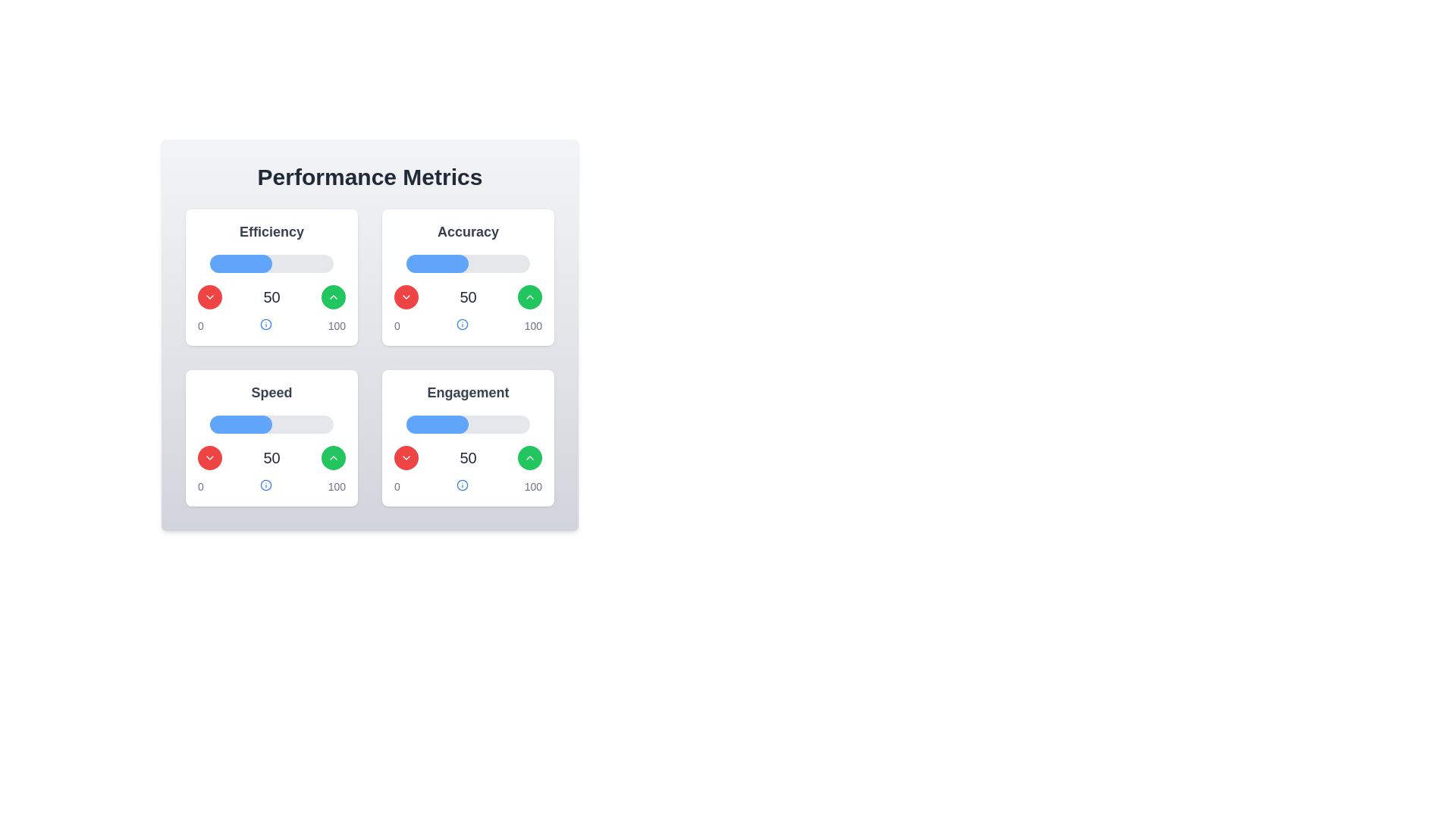  What do you see at coordinates (271, 297) in the screenshot?
I see `displayed value of the bold number '50' text label, which is centrally positioned between a red circular icon and a green circular icon in the performance metrics section` at bounding box center [271, 297].